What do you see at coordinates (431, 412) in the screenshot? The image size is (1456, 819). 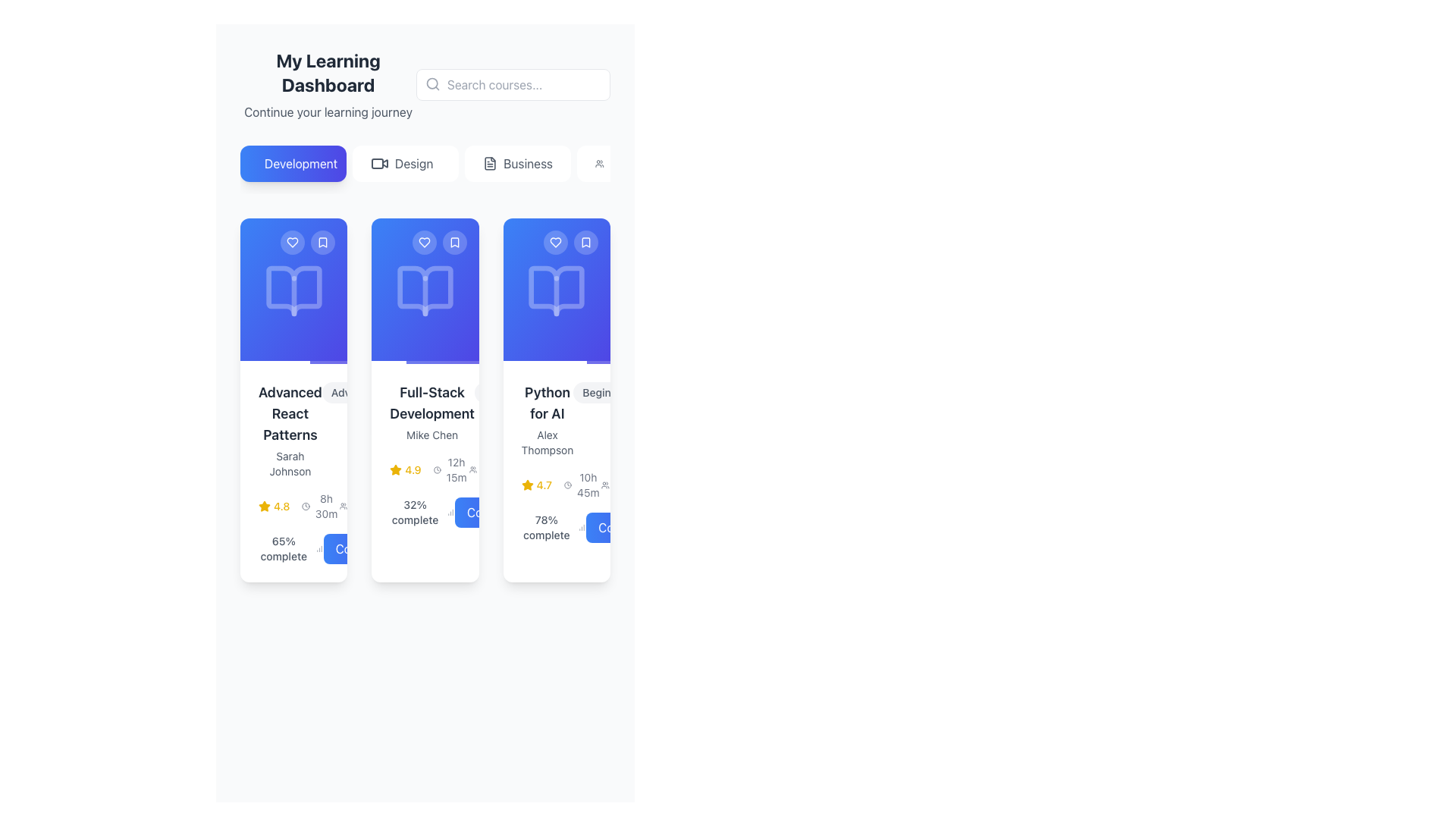 I see `text content of the text block displaying 'Full-Stack Development' and 'Mike Chen', which is located in the middle card of the 'Development' section in the 'My Learning Dashboard'` at bounding box center [431, 412].